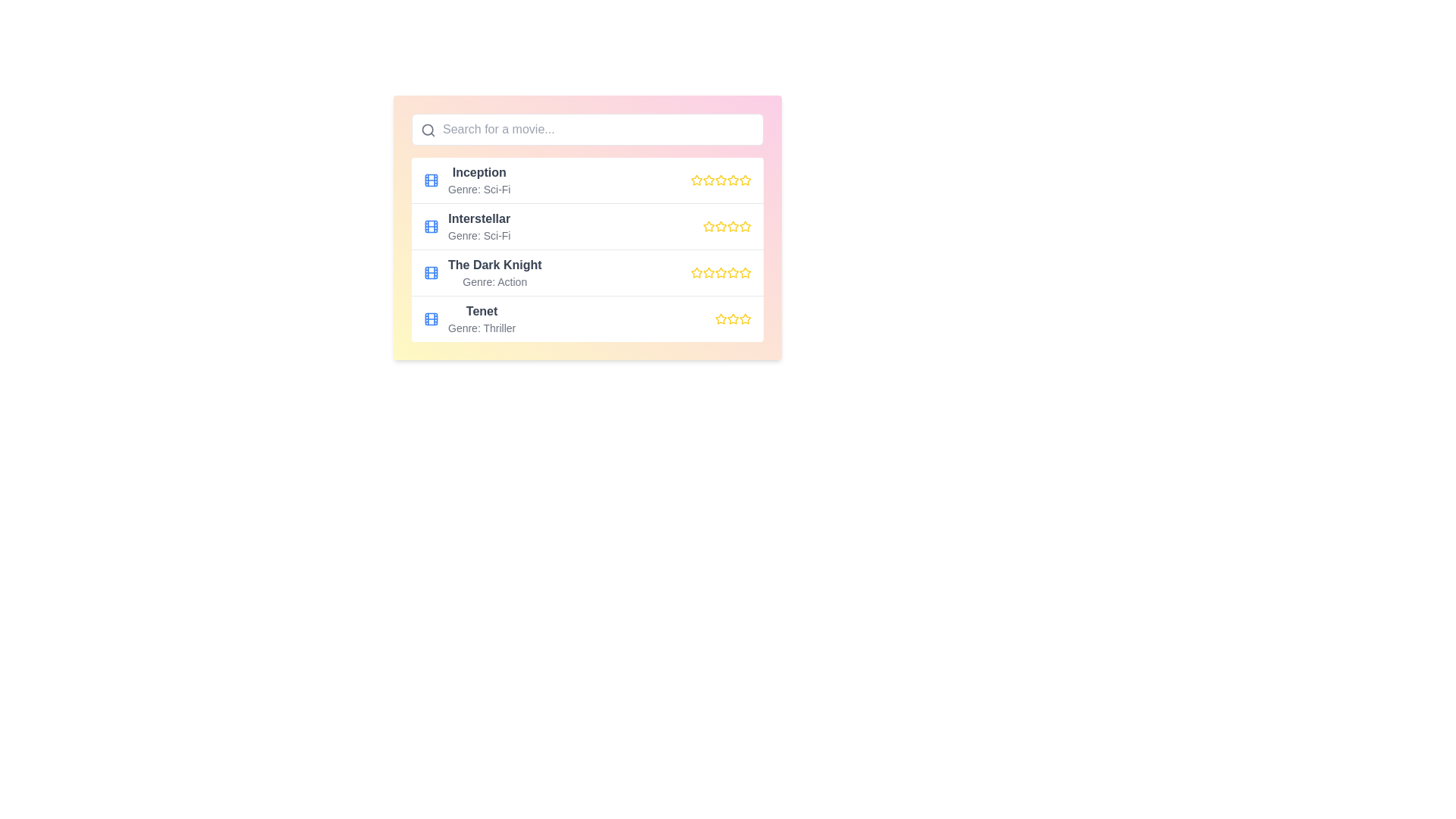  I want to click on the movie icon indicating 'Inception' located in the first row of the vertically stacked list, to the left of the text 'Inception' and 'Genre: Sci-Fi', so click(431, 180).